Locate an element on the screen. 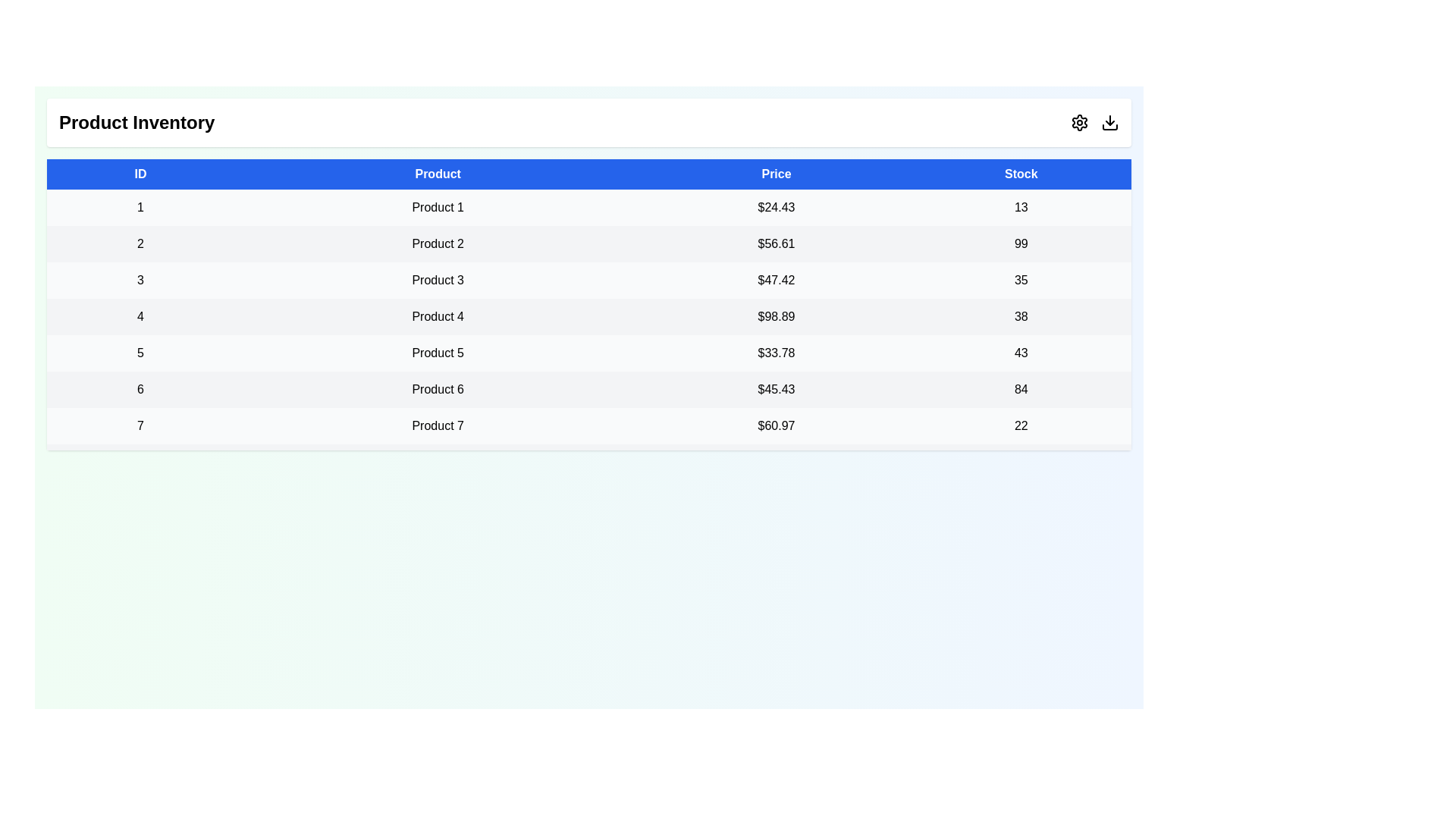 The height and width of the screenshot is (819, 1456). the header button download is located at coordinates (1110, 122).